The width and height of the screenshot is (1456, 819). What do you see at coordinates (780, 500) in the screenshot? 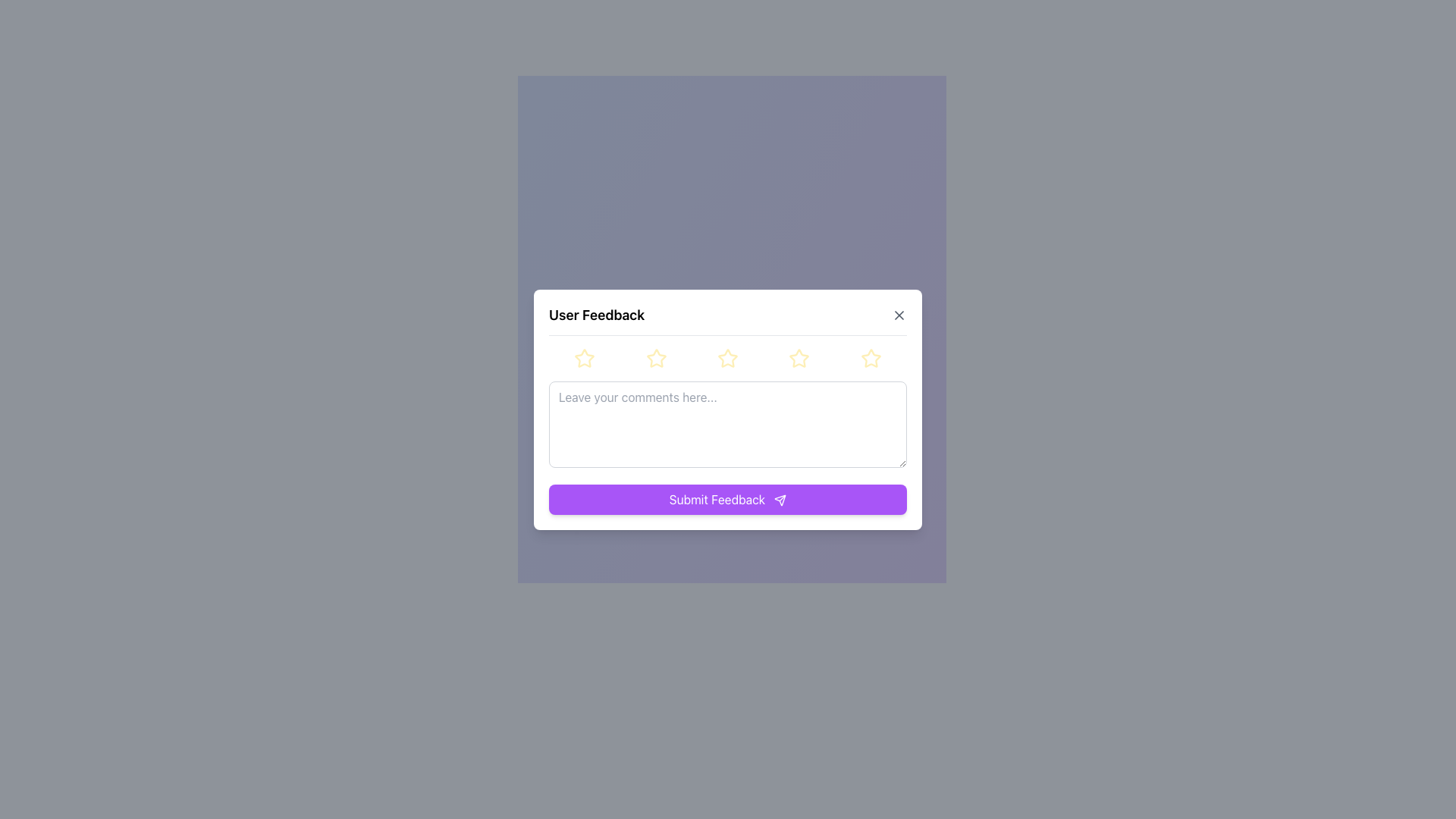
I see `the 'Submit Feedback' button located at the bottom of the feedback dialog box` at bounding box center [780, 500].